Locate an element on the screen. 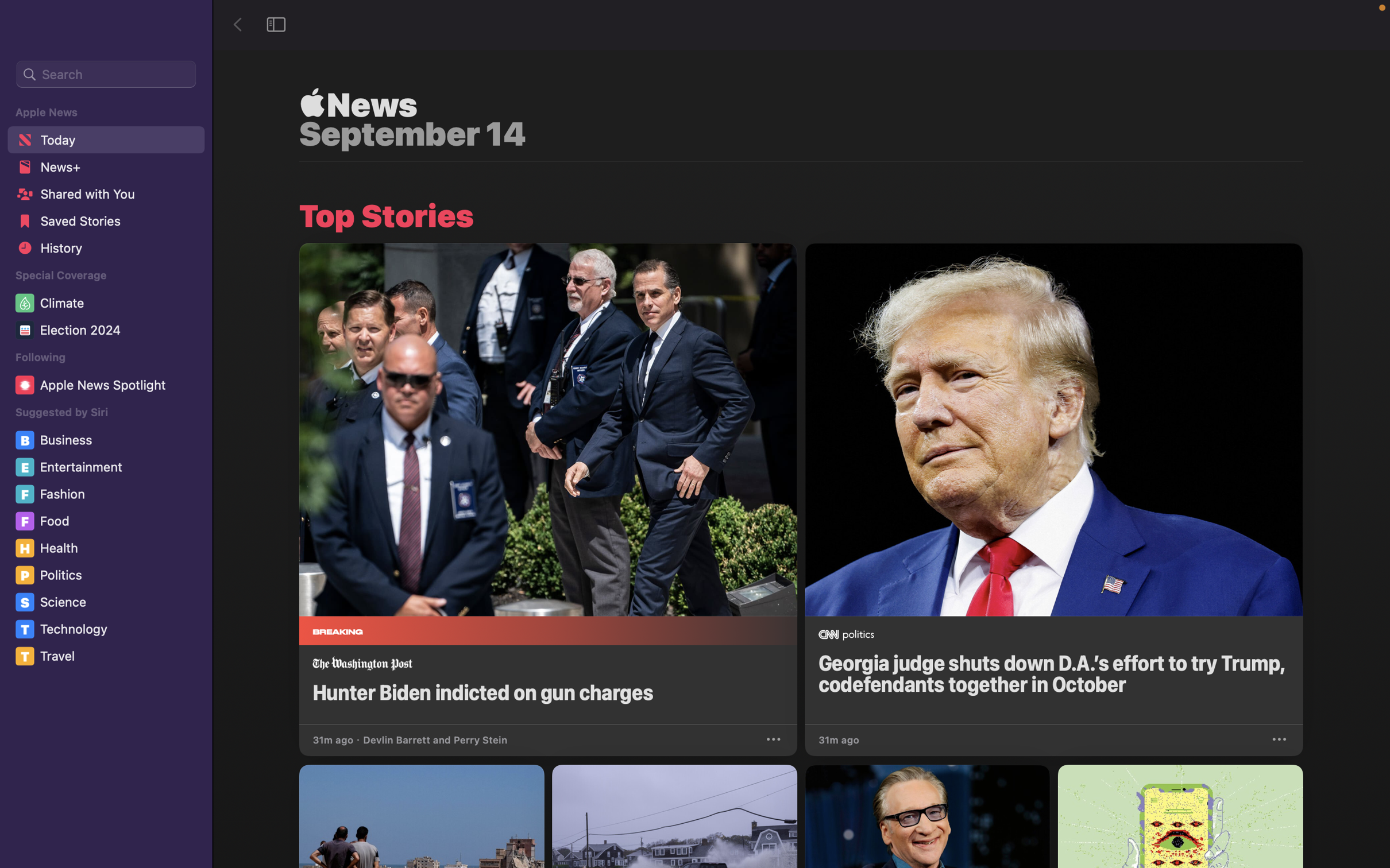 The image size is (1390, 868). Move to the "Fashion" segment is located at coordinates (107, 494).